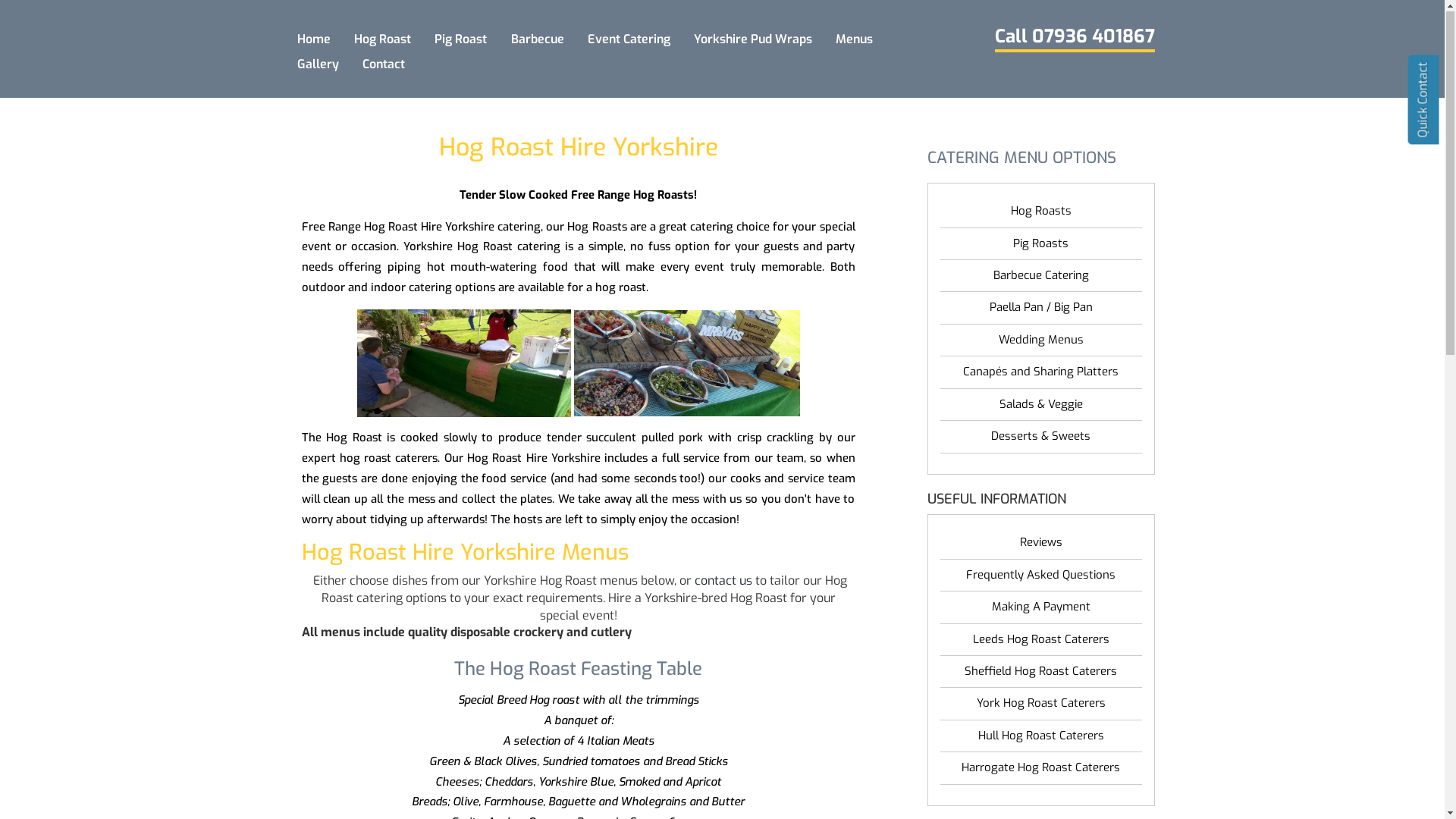  I want to click on 'Hog Roasts', so click(1040, 212).